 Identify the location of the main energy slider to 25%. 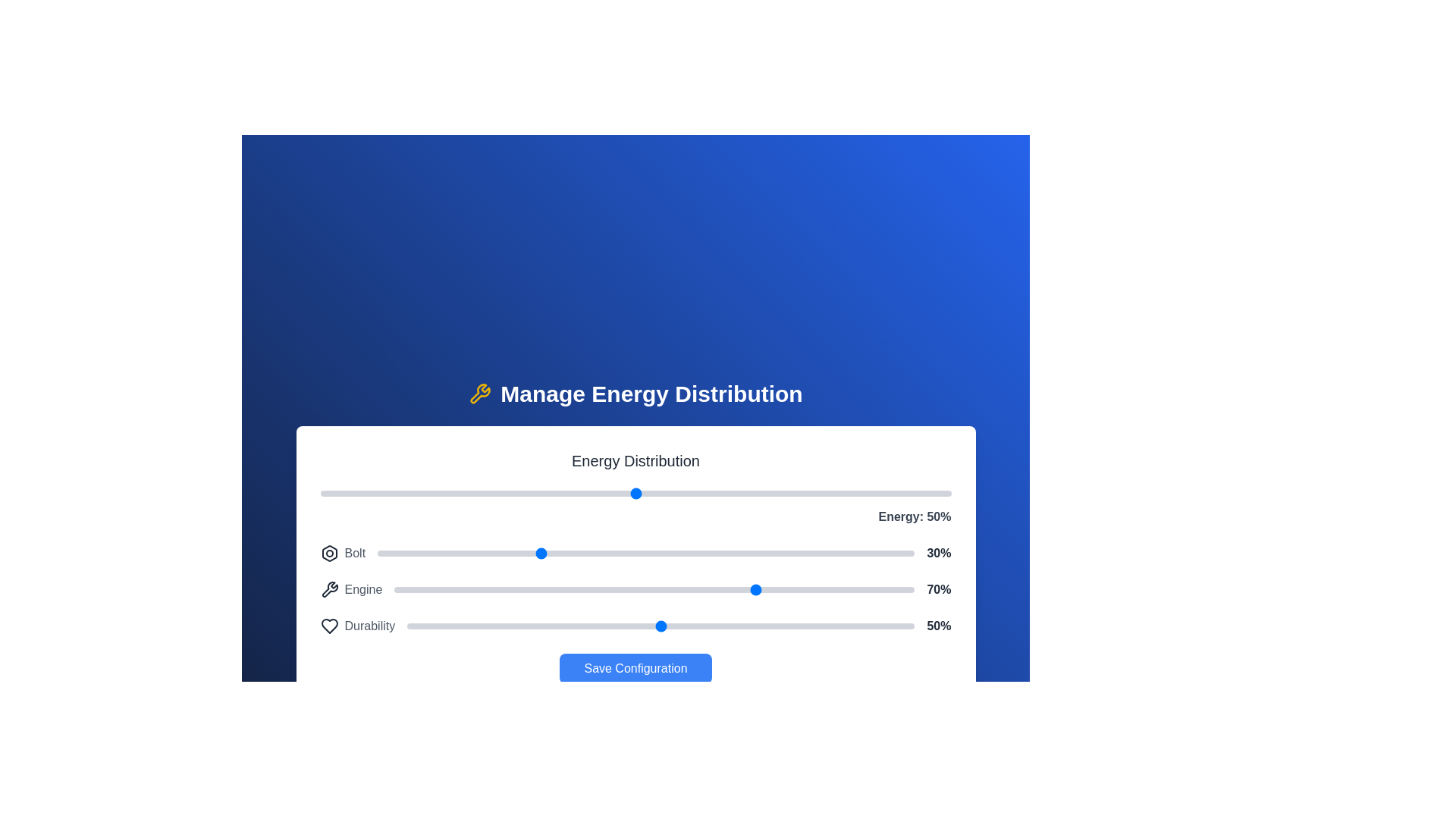
(477, 494).